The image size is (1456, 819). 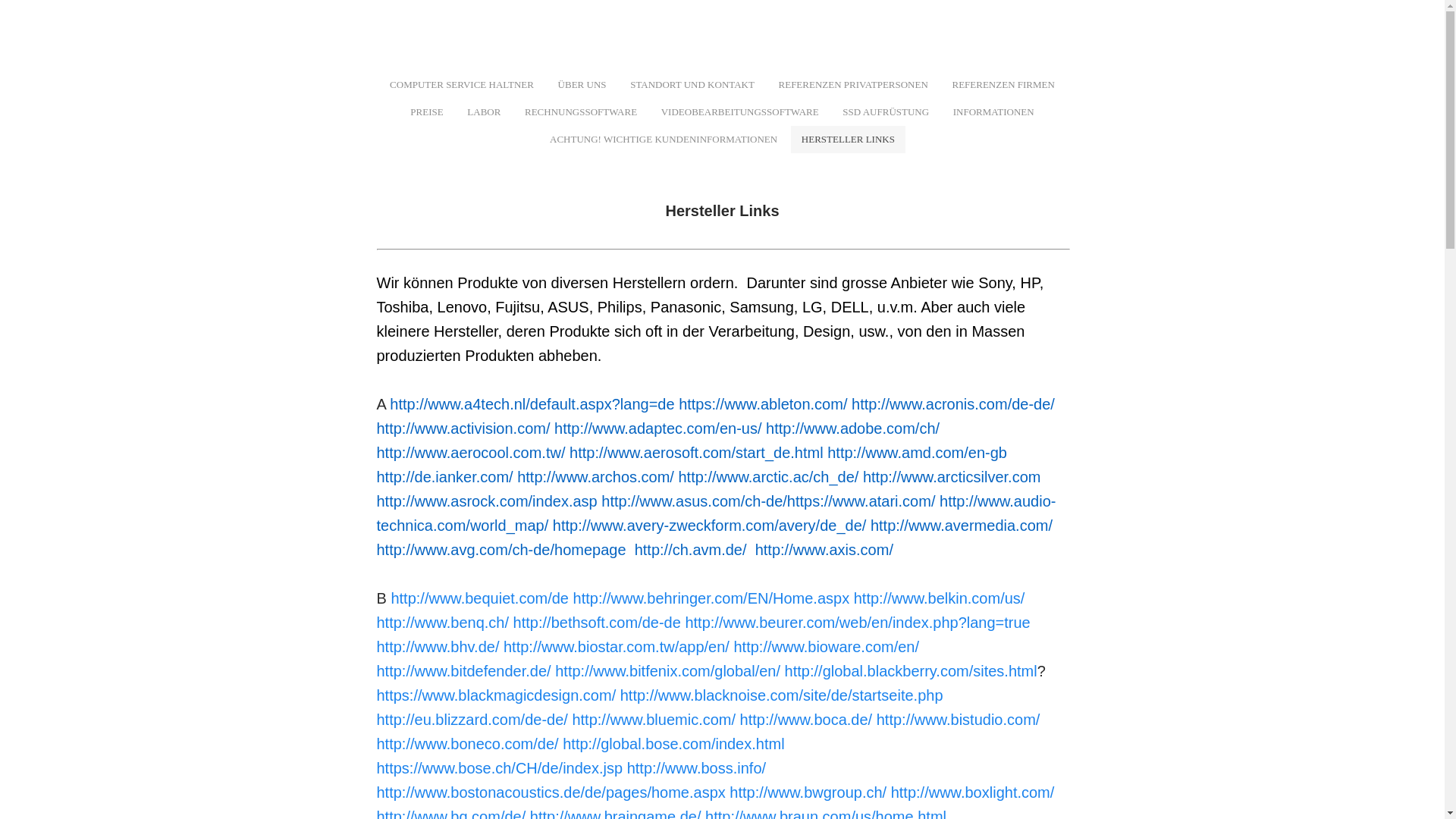 I want to click on 'HERSTELLER LINKS', so click(x=847, y=140).